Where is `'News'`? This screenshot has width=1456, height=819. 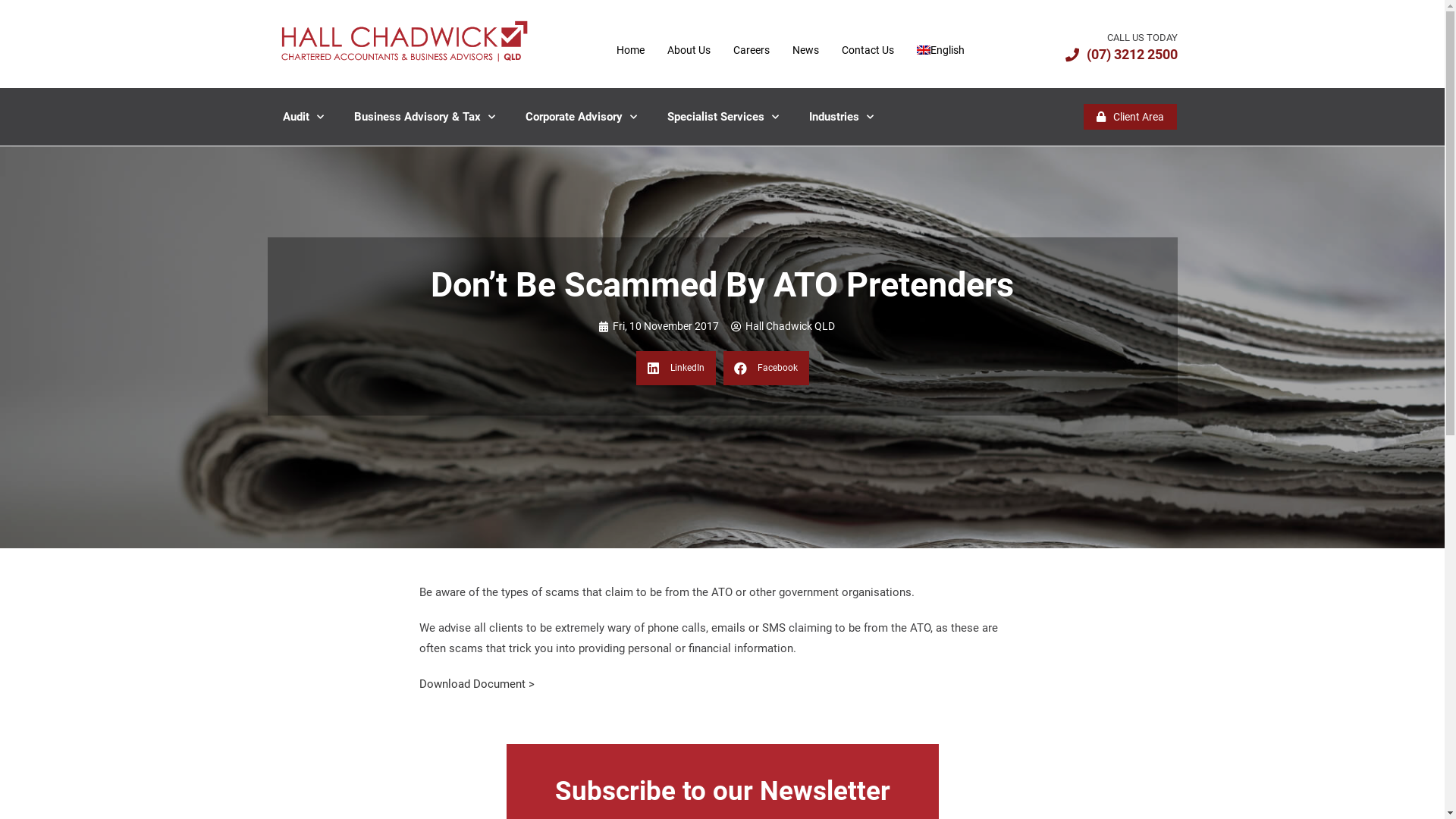
'News' is located at coordinates (805, 49).